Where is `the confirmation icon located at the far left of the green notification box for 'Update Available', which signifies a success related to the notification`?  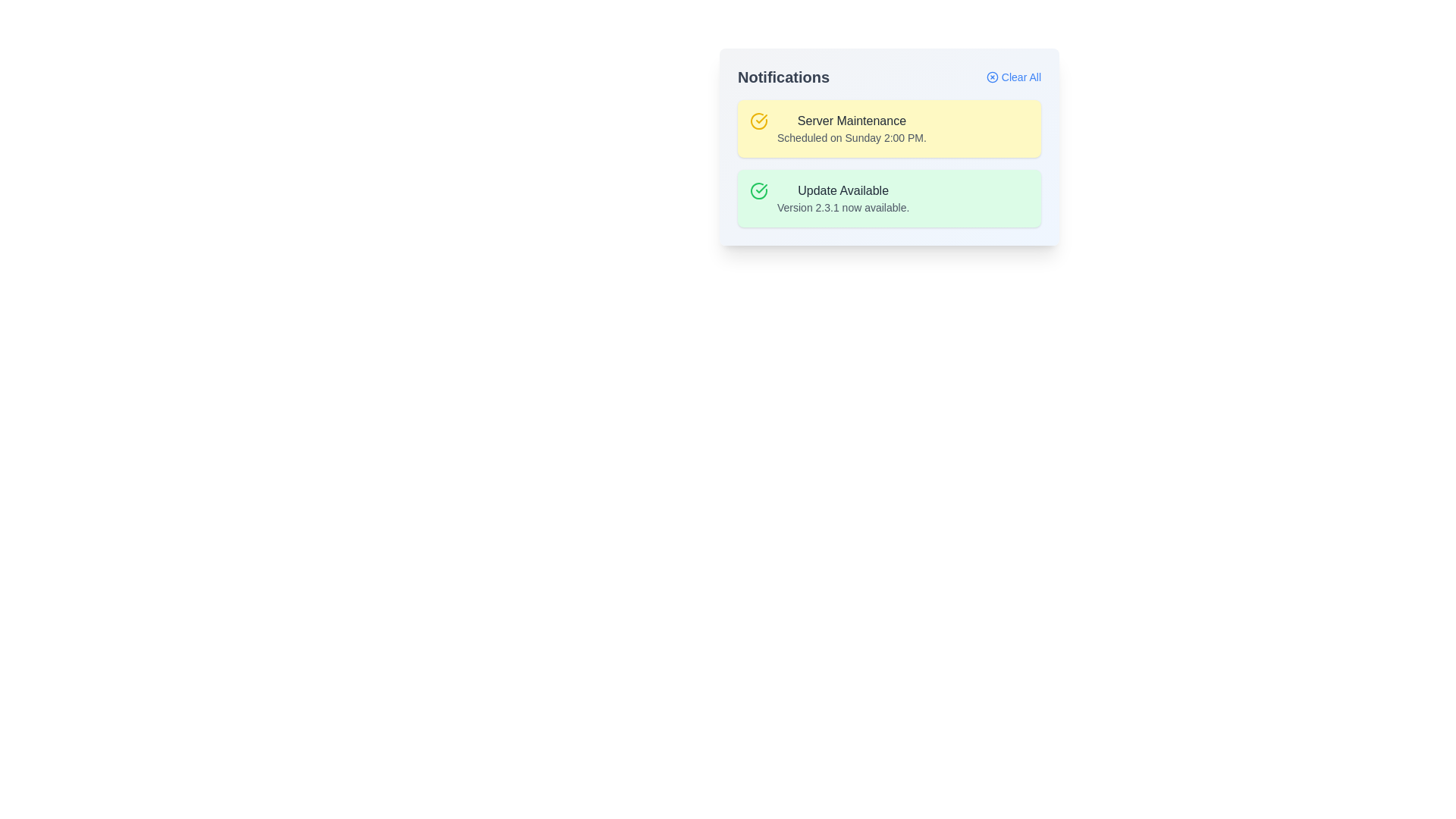
the confirmation icon located at the far left of the green notification box for 'Update Available', which signifies a success related to the notification is located at coordinates (759, 190).